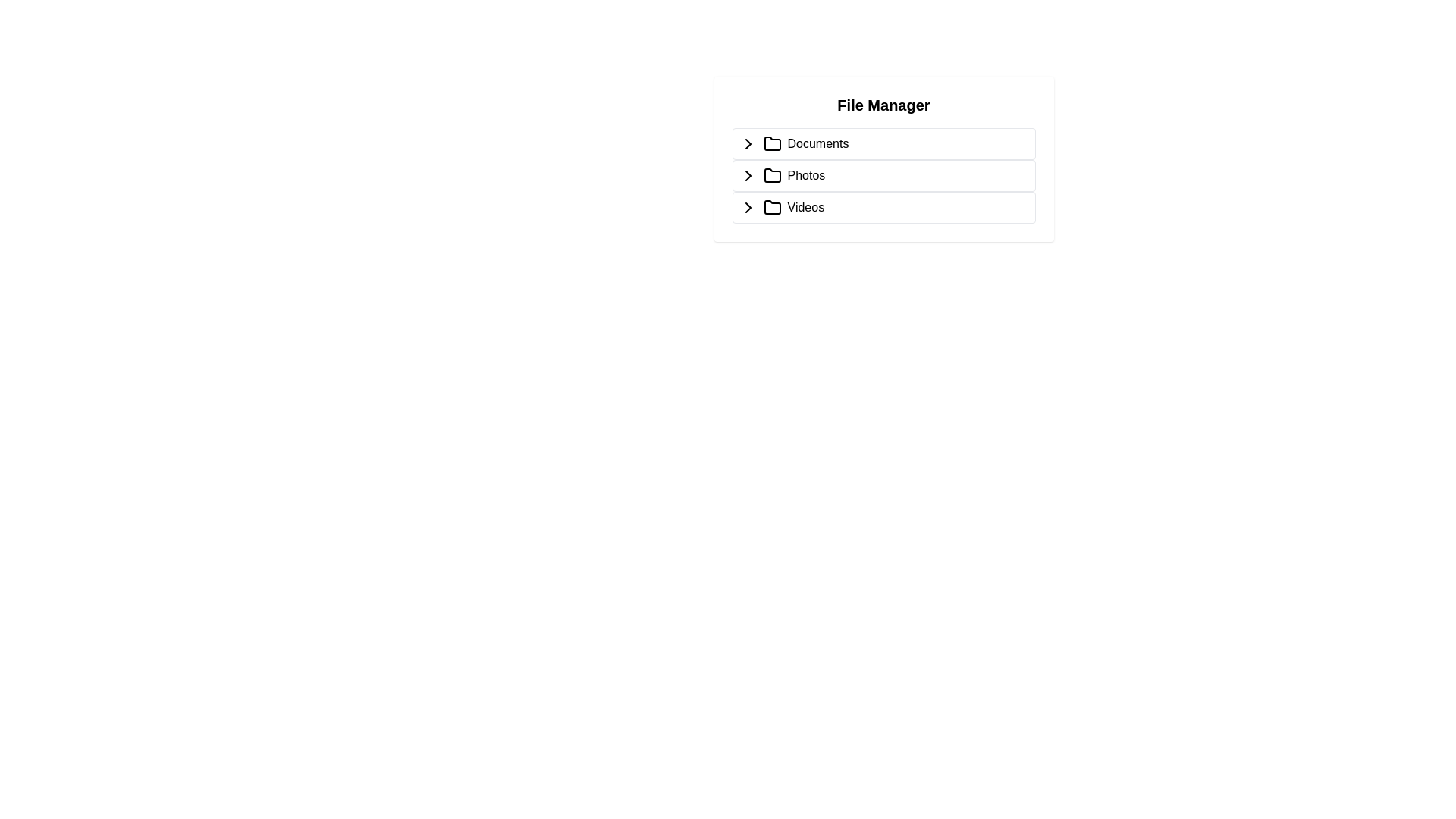 The image size is (1456, 819). What do you see at coordinates (805, 207) in the screenshot?
I see `the Text Label that identifies the 'Videos' directory, which is located to the right of a folder icon with a leftwards chevron icon` at bounding box center [805, 207].